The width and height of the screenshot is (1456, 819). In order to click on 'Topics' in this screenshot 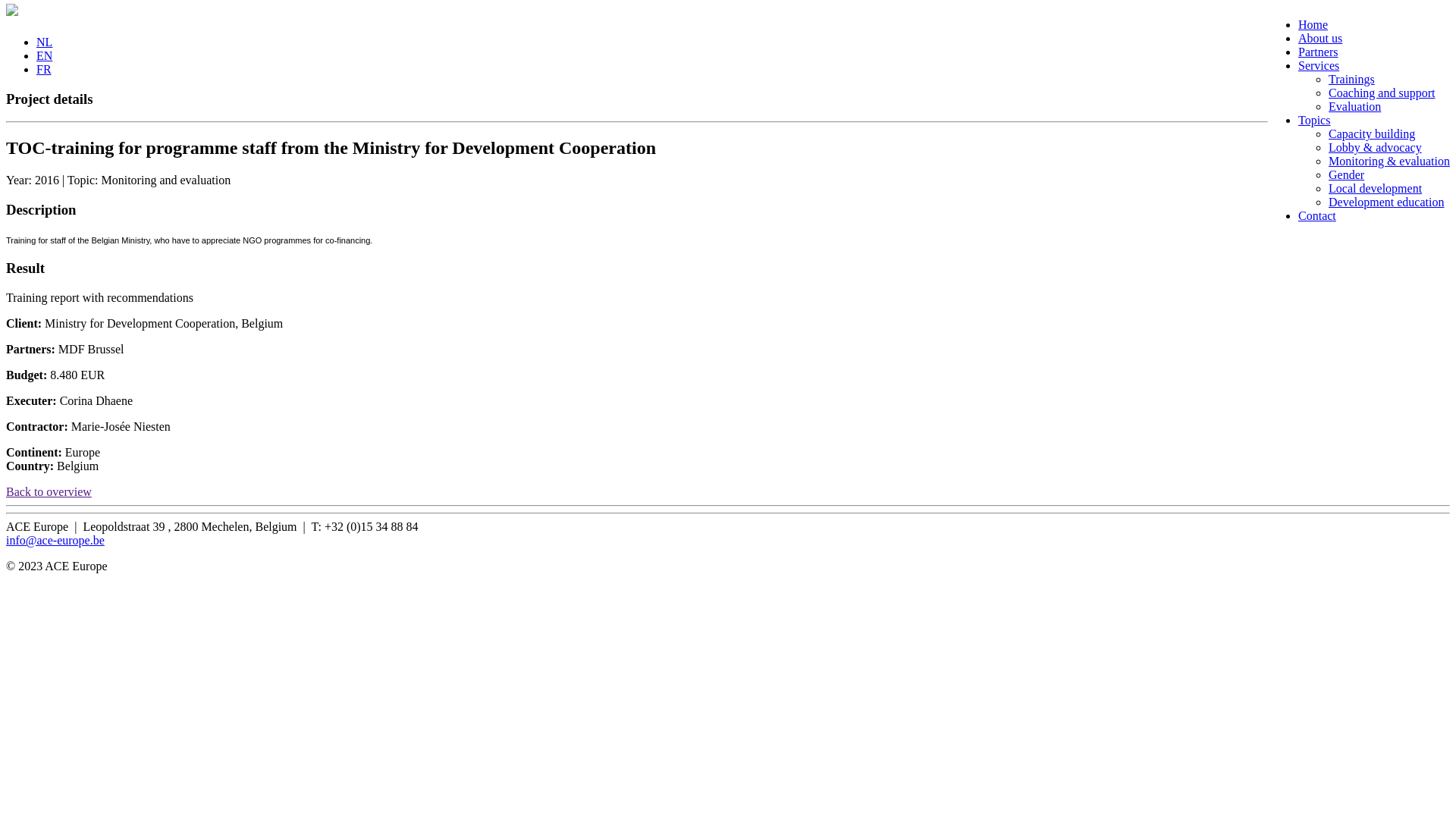, I will do `click(1298, 119)`.